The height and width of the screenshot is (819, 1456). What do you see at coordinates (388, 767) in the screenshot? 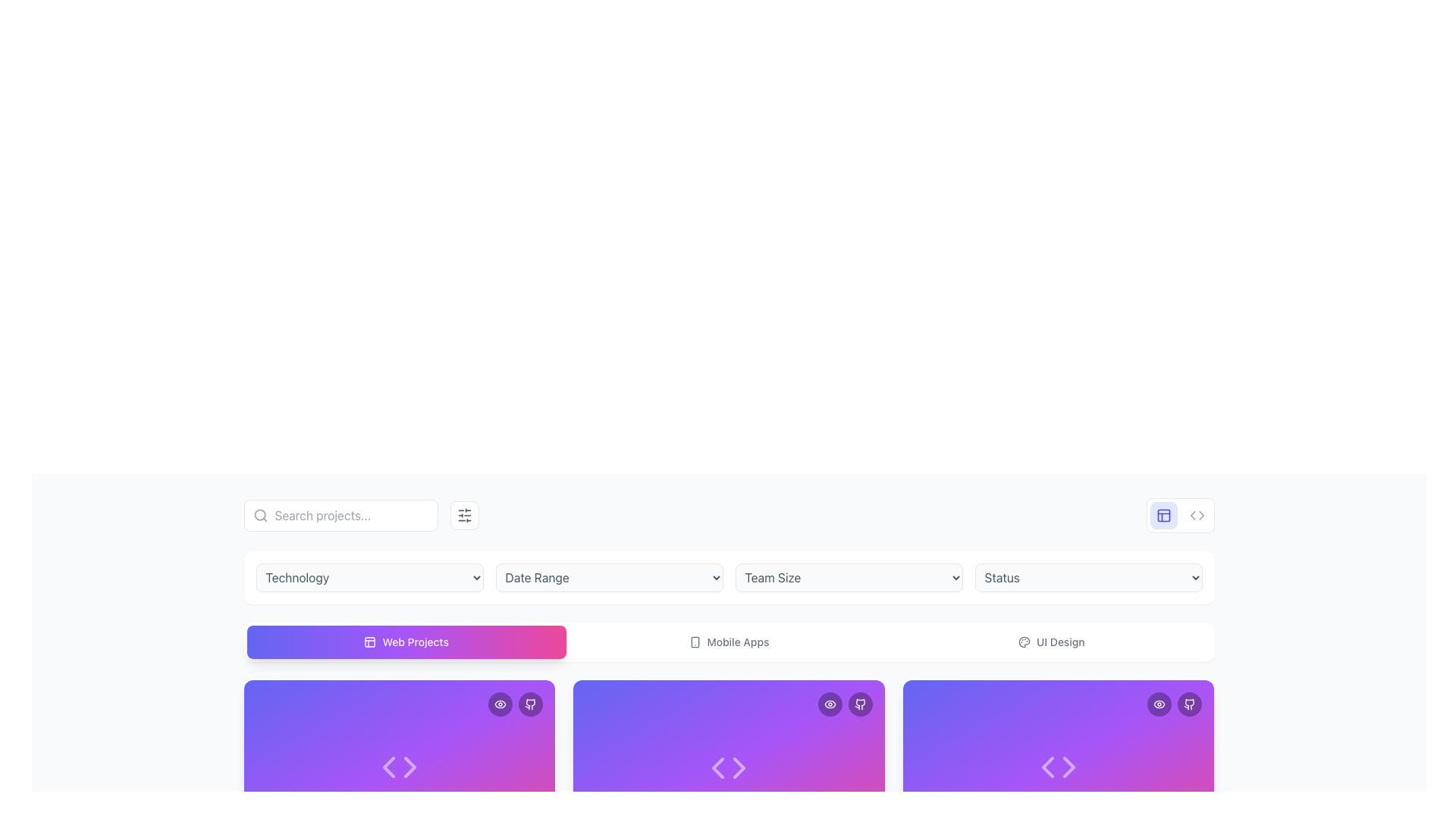
I see `the backward navigation button located at the left section of the bottom card, which is the first of two chevron arrows for navigating to previous items` at bounding box center [388, 767].